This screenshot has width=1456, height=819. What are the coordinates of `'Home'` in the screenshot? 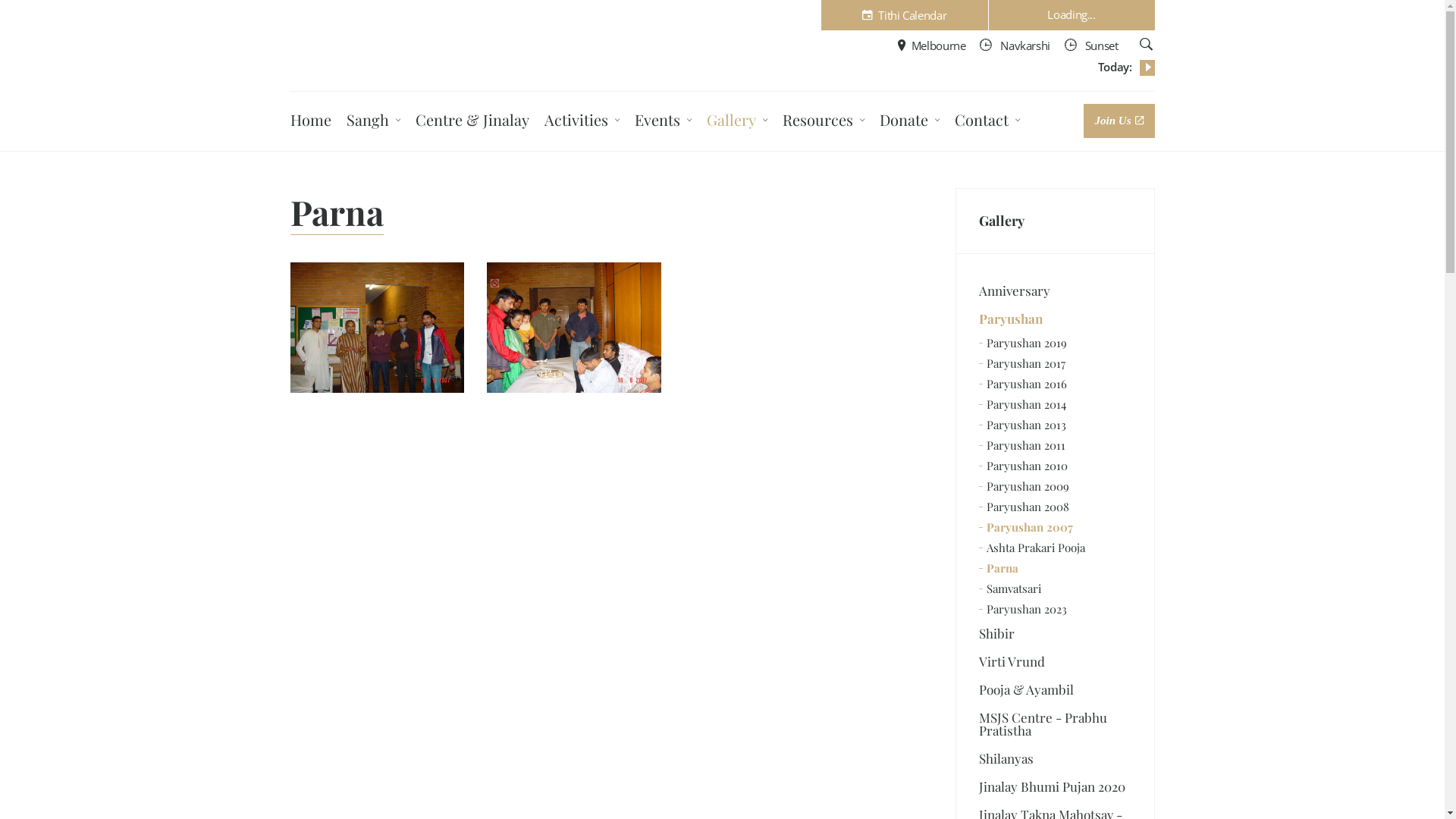 It's located at (309, 121).